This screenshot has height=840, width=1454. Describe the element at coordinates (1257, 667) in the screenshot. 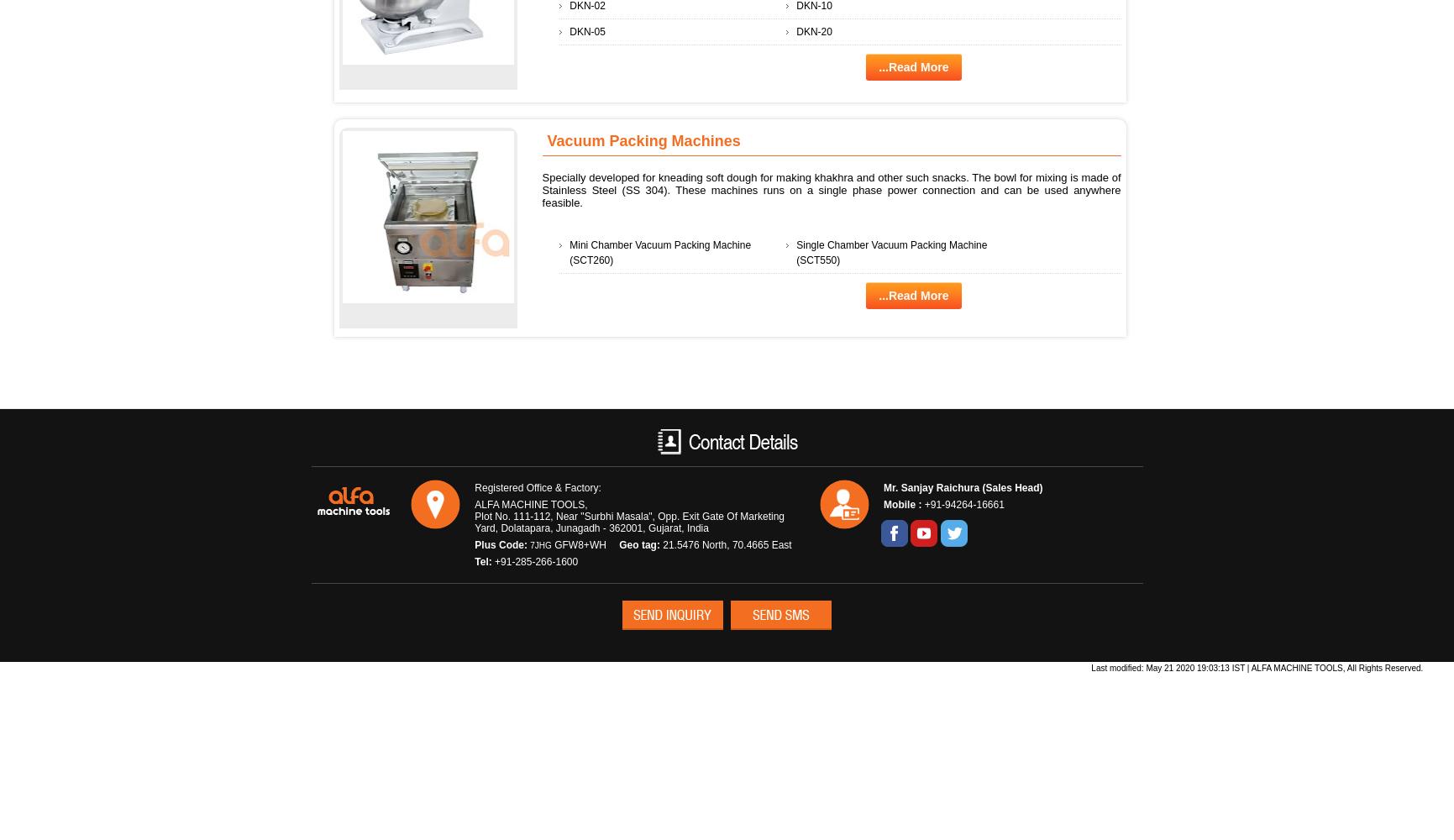

I see `'Last modified: May 21 2020 19:03:13 IST | ALFA MACHINE TOOLS, All Rights Reserved.'` at that location.